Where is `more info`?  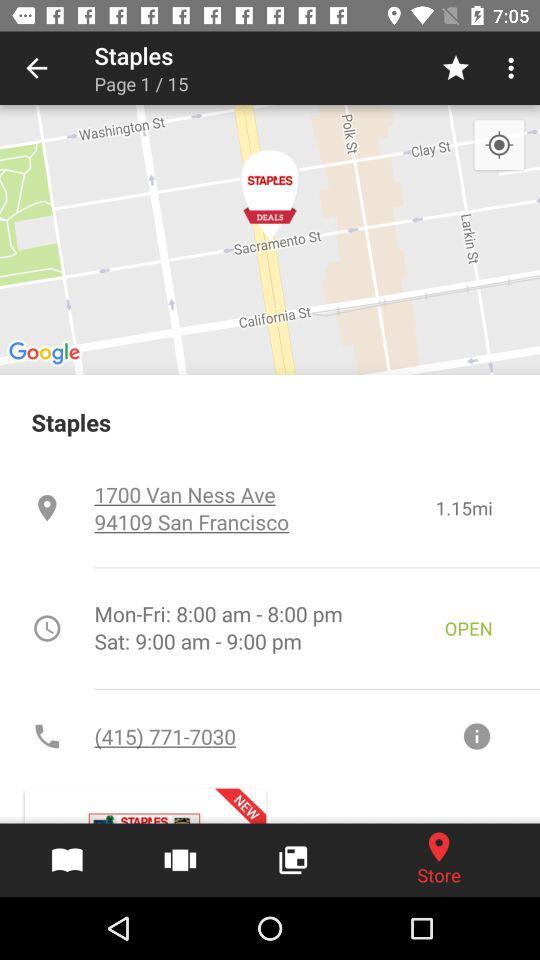
more info is located at coordinates (475, 735).